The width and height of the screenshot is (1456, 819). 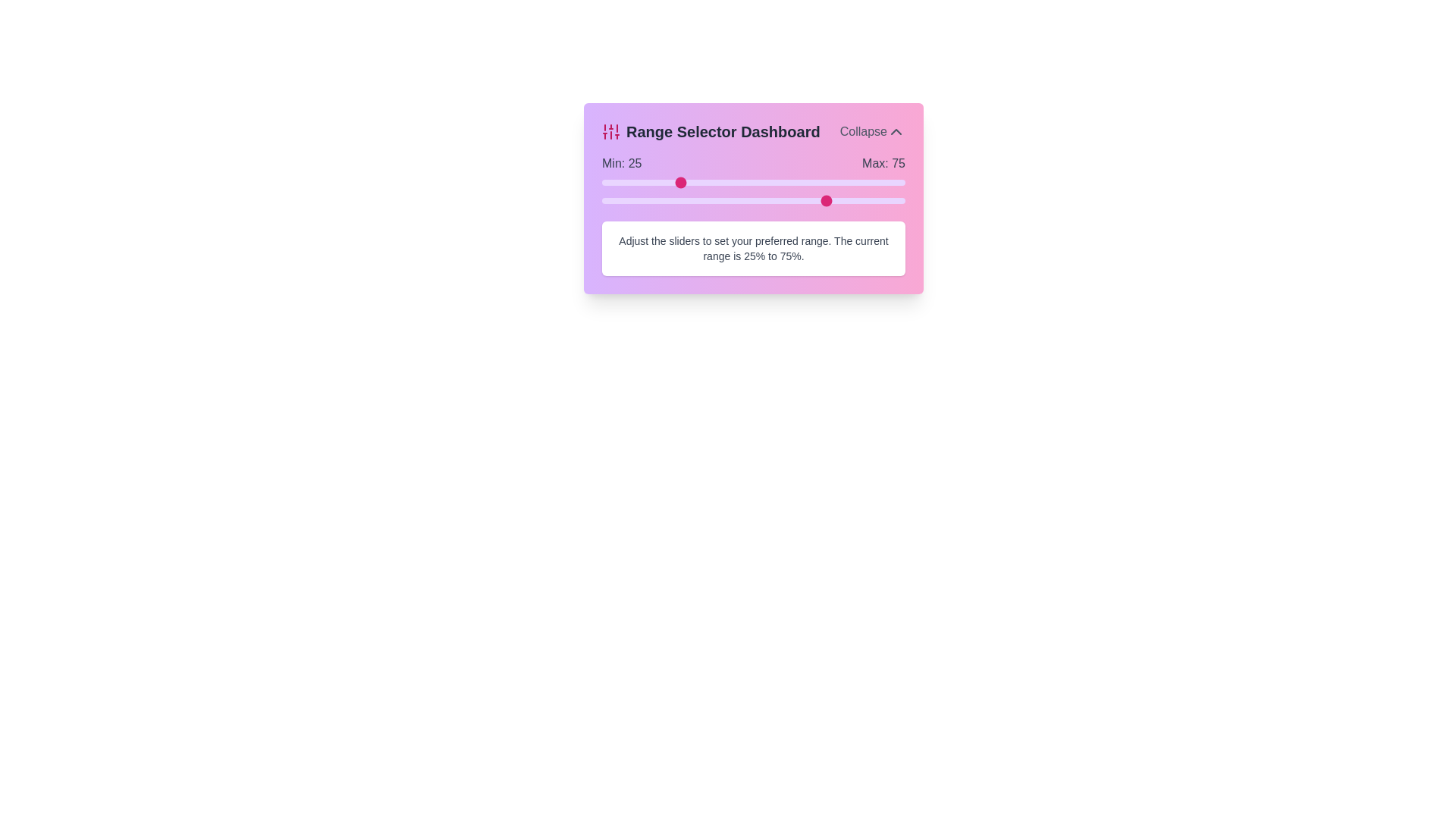 I want to click on the minimum range slider to 26%, so click(x=679, y=181).